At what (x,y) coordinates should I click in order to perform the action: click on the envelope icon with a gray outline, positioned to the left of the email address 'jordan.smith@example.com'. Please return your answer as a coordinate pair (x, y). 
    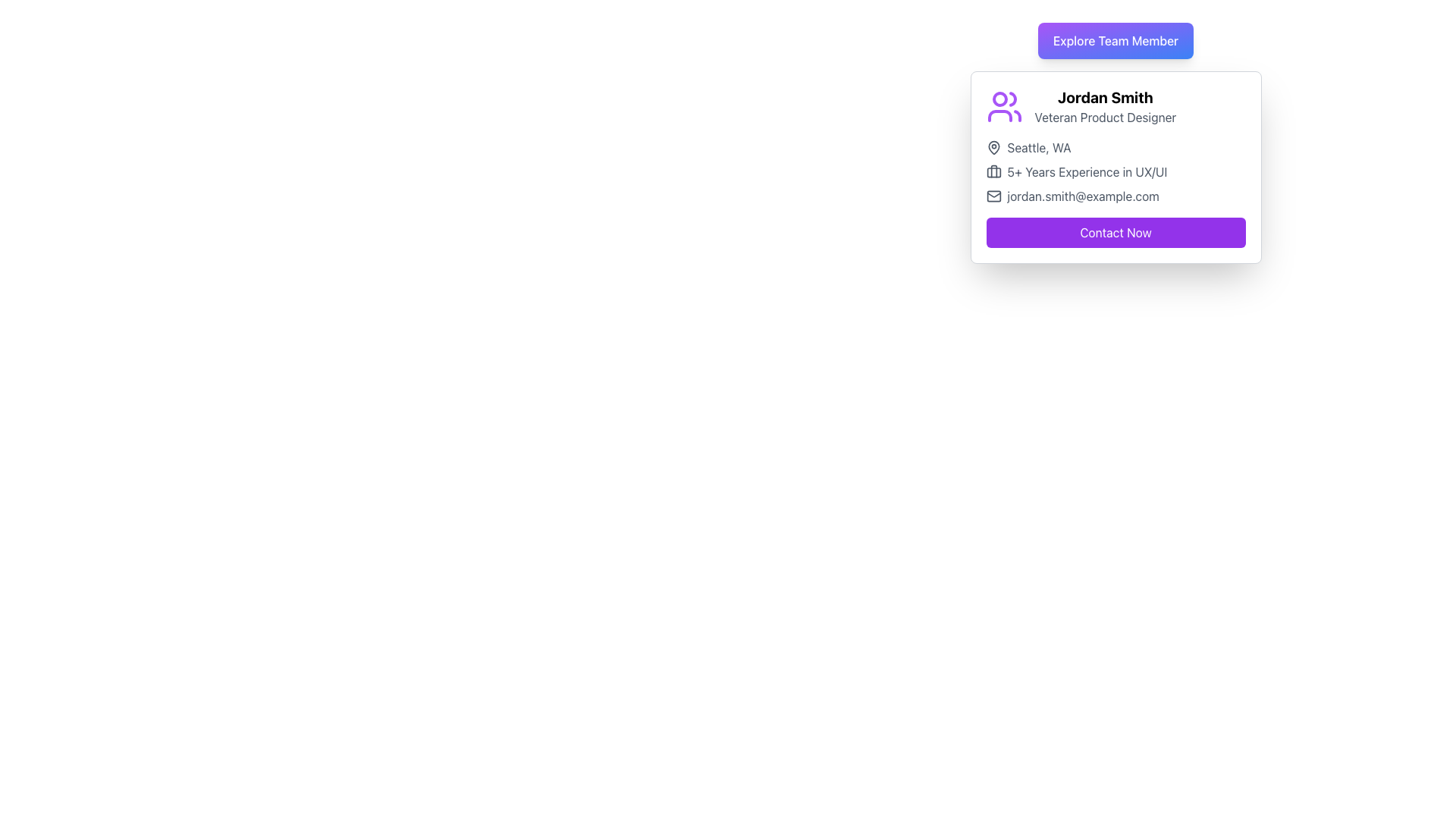
    Looking at the image, I should click on (993, 195).